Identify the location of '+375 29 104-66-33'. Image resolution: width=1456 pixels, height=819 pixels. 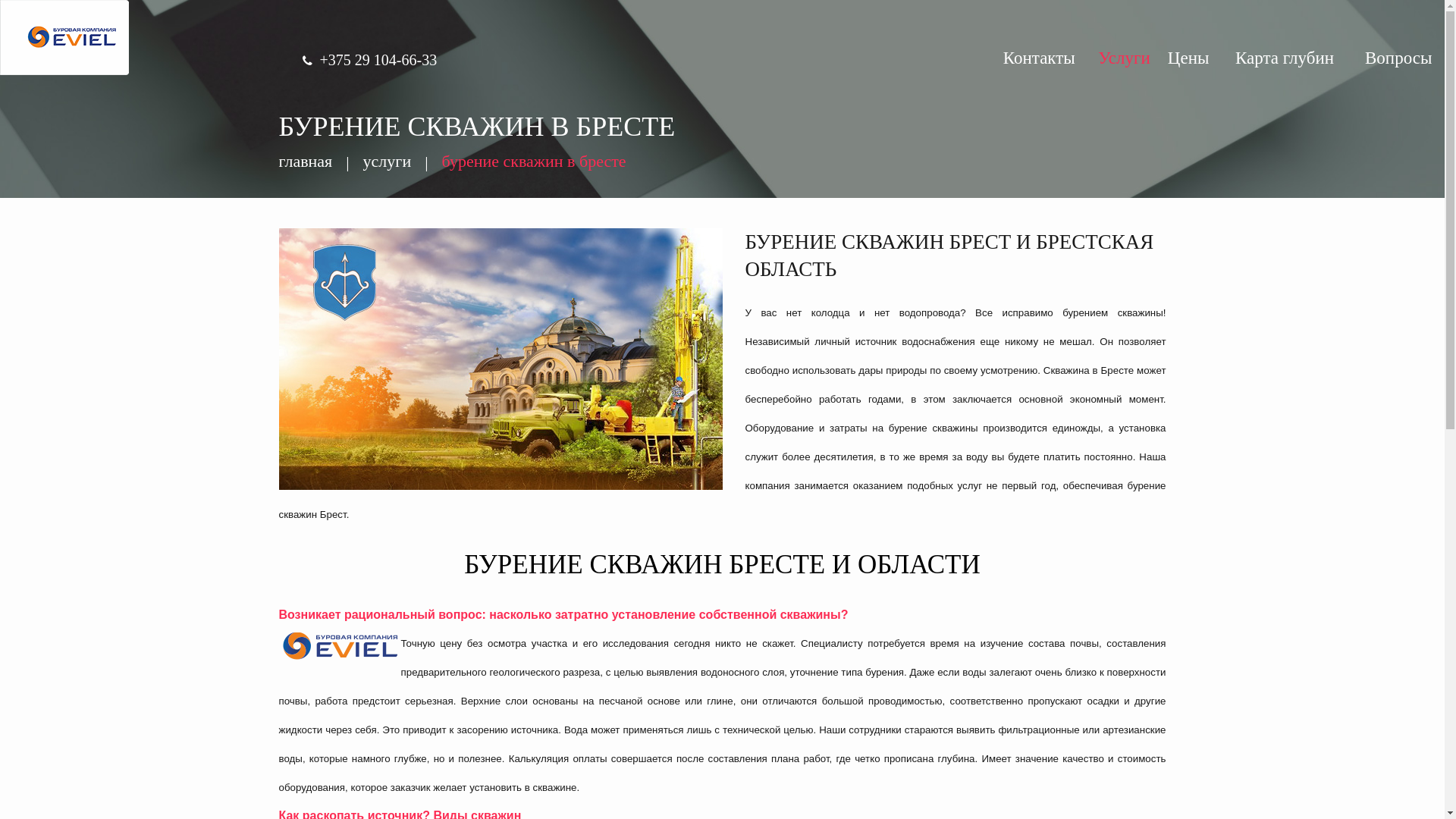
(378, 58).